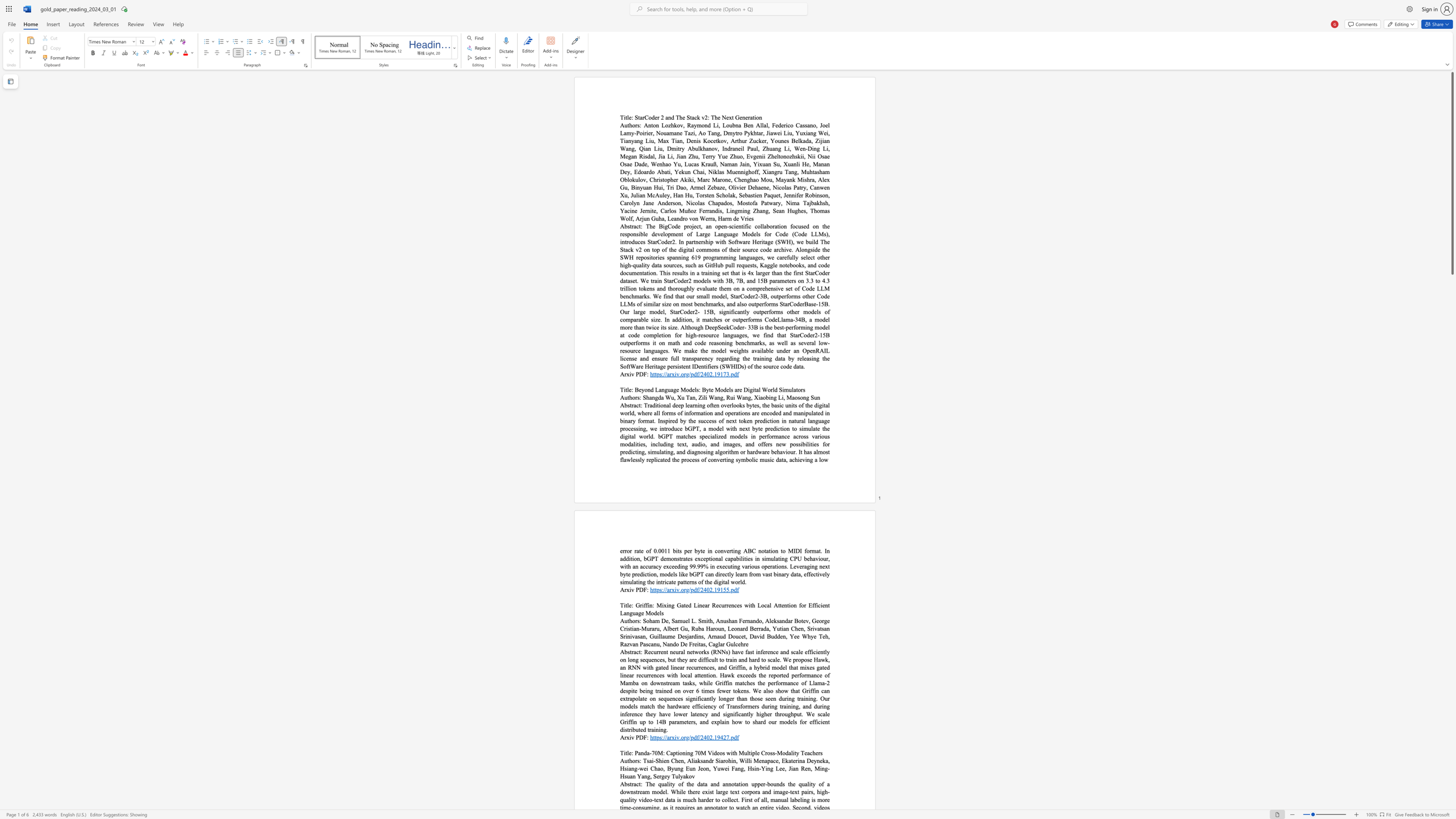 The image size is (1456, 819). Describe the element at coordinates (1451, 583) in the screenshot. I see `the scrollbar to scroll downward` at that location.